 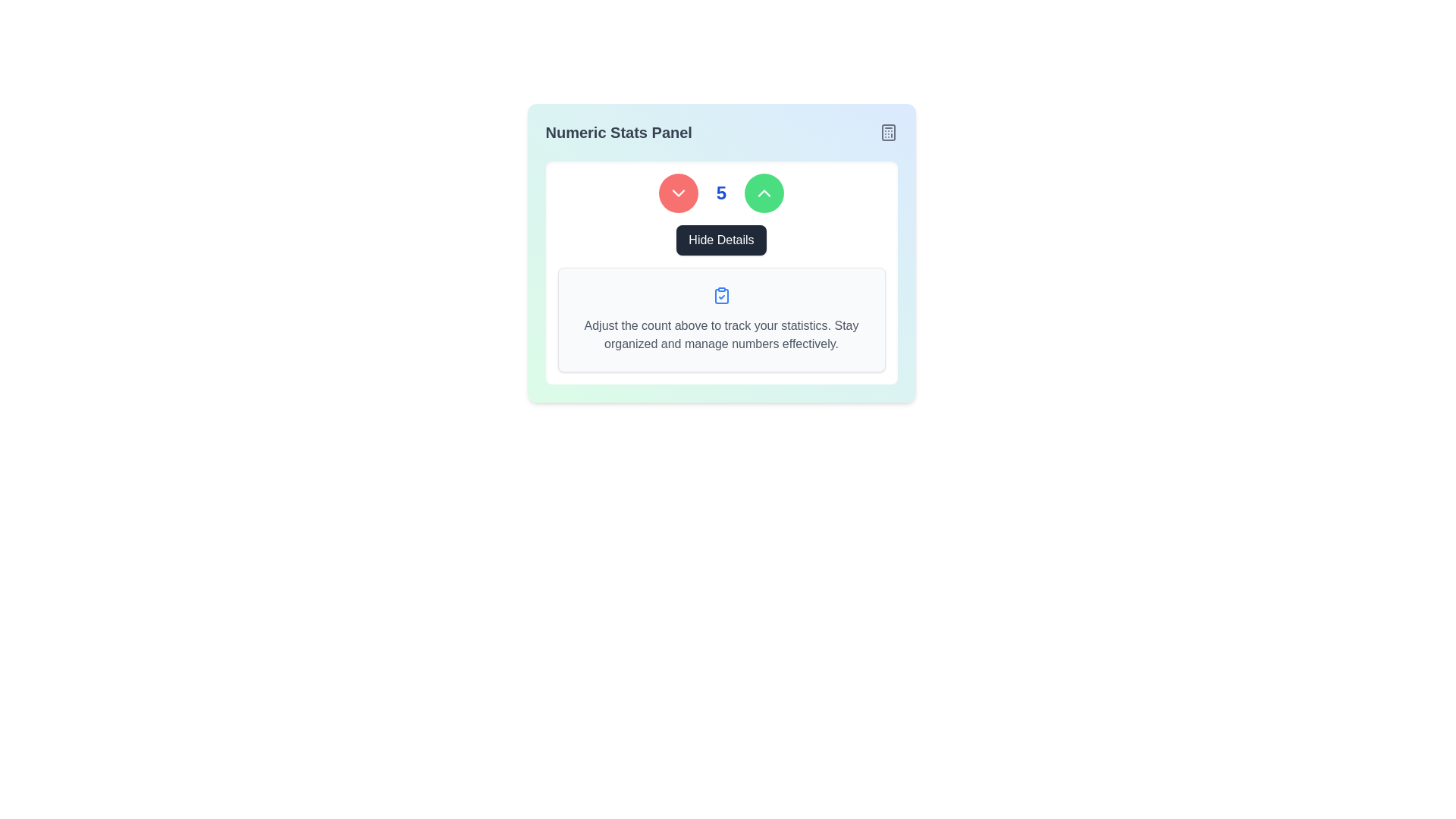 What do you see at coordinates (677, 192) in the screenshot?
I see `the circular red button with a downward-facing white chevron icon, positioned as the first element in a horizontal layout` at bounding box center [677, 192].